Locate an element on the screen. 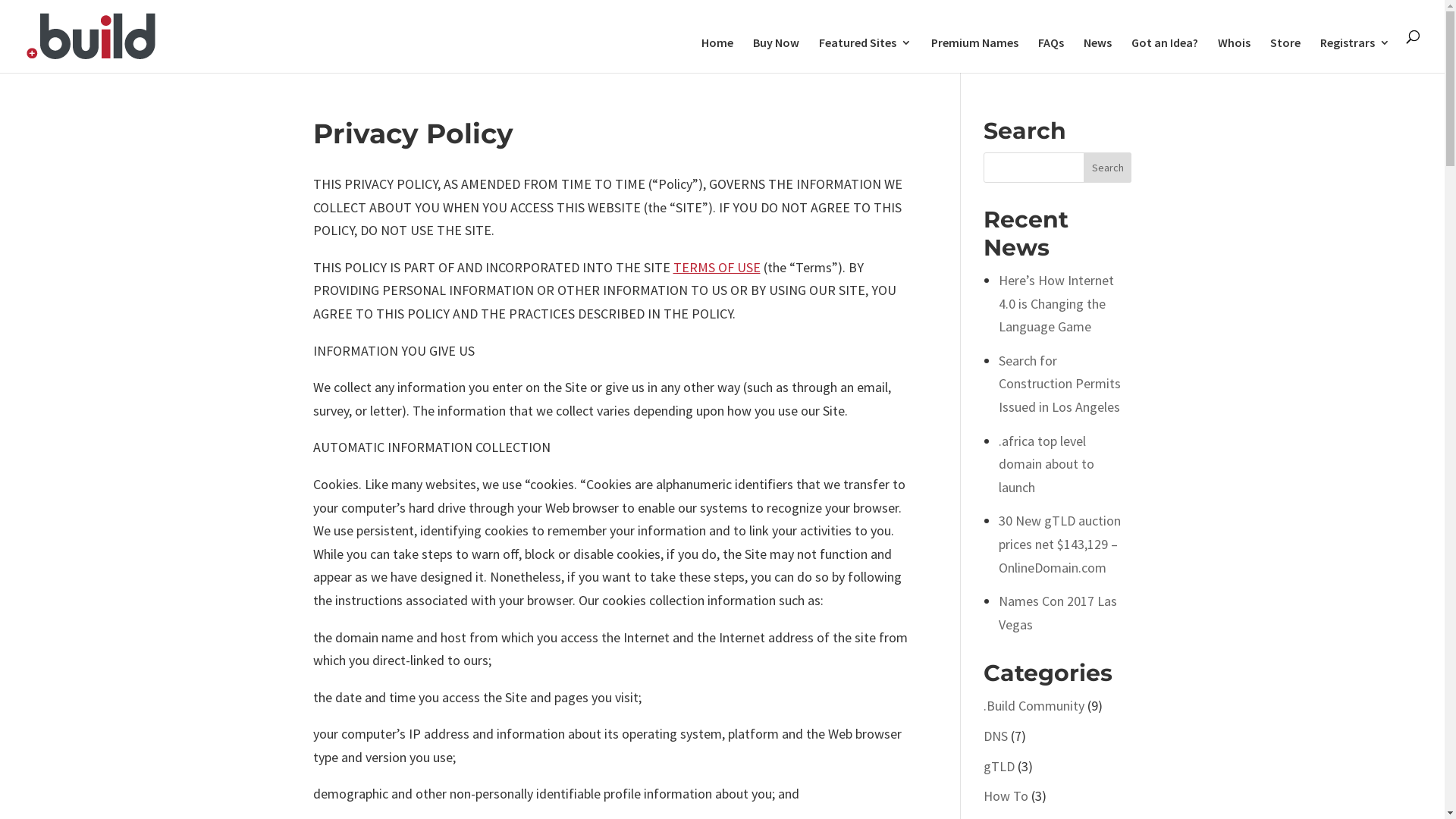  'Skip to content' is located at coordinates (0, 0).